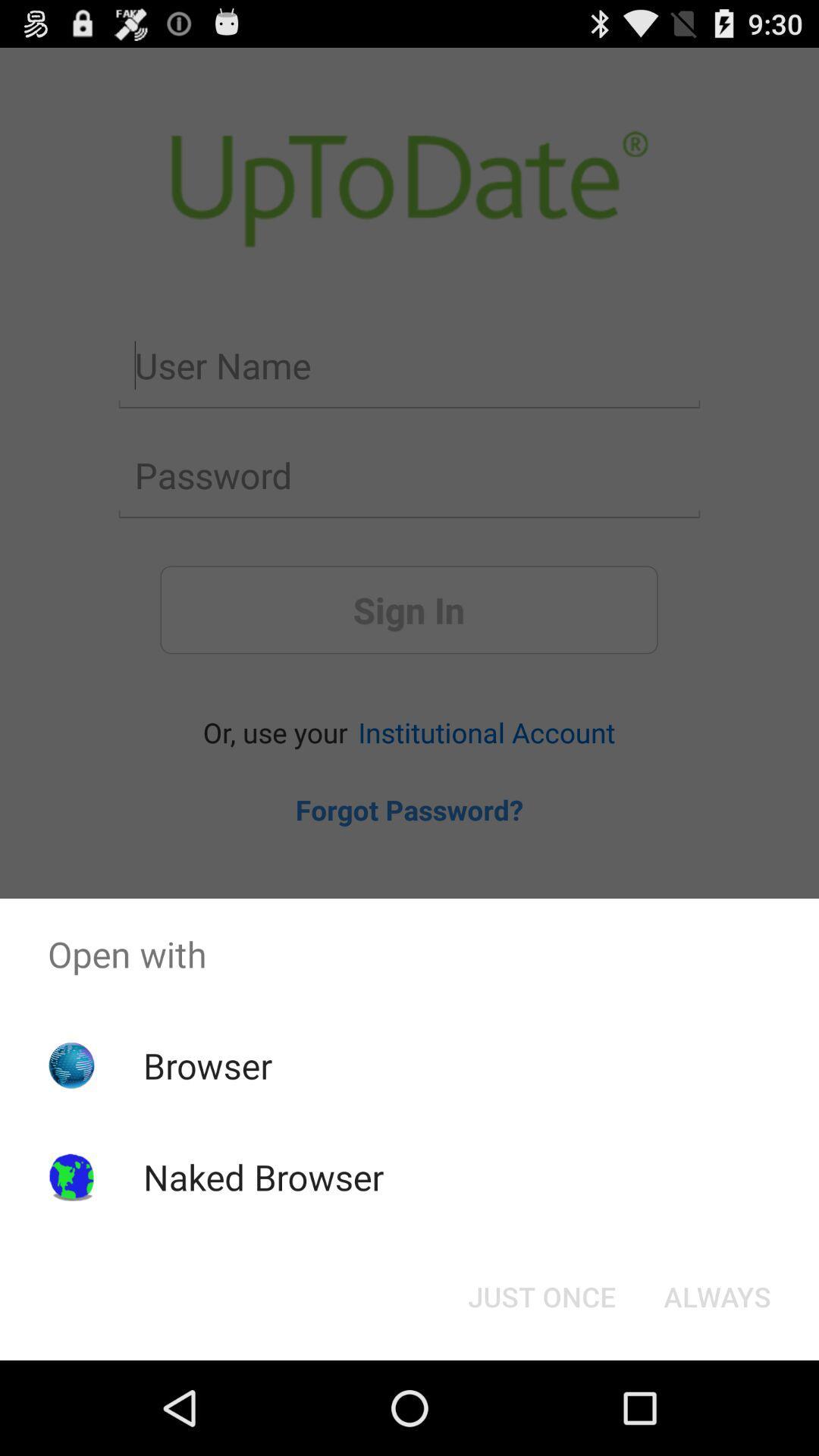  I want to click on always button, so click(717, 1295).